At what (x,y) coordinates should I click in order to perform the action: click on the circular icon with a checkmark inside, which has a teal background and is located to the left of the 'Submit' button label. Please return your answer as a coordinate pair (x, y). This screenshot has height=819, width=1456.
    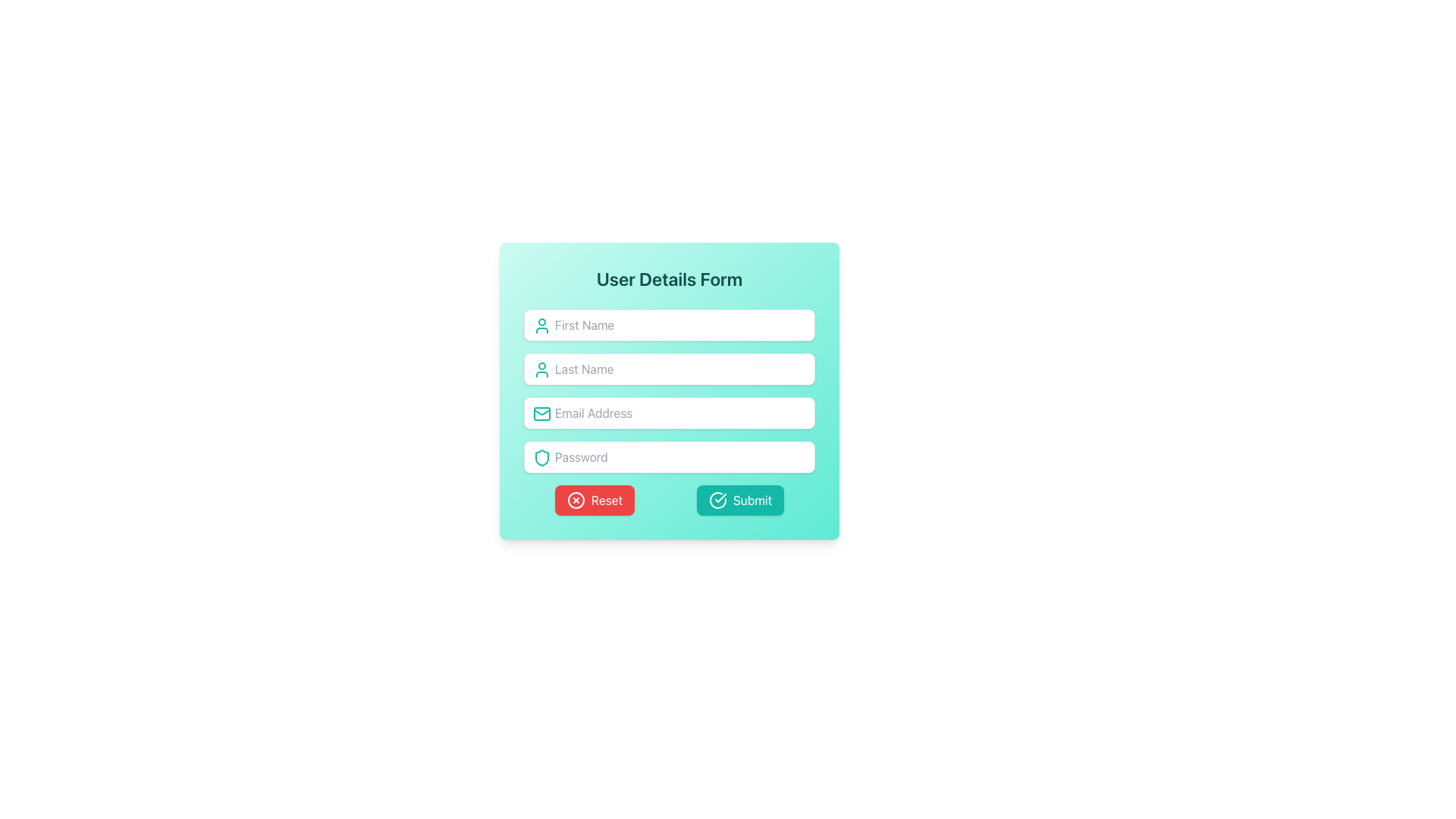
    Looking at the image, I should click on (717, 500).